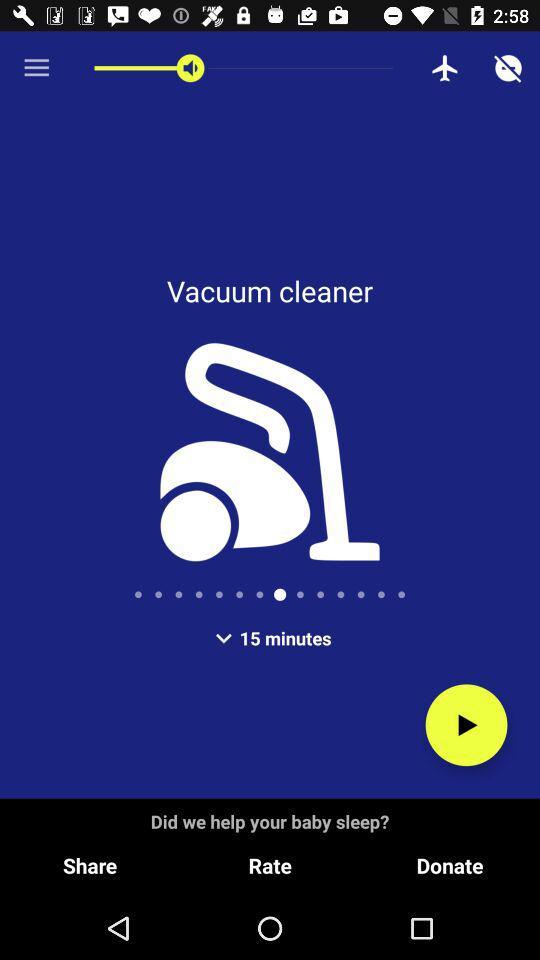 The width and height of the screenshot is (540, 960). Describe the element at coordinates (466, 724) in the screenshot. I see `vacuum cleaner` at that location.